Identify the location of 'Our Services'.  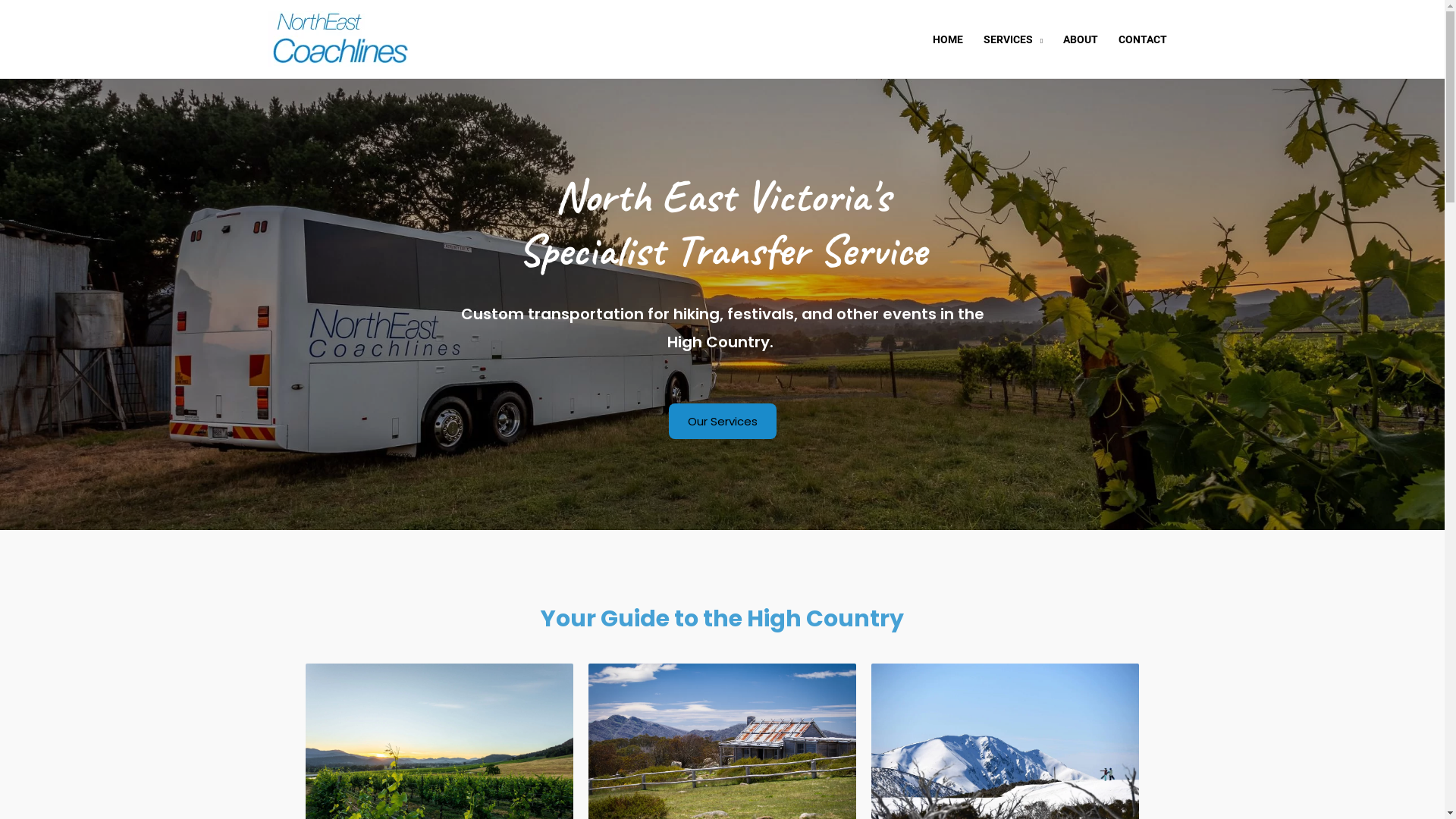
(668, 421).